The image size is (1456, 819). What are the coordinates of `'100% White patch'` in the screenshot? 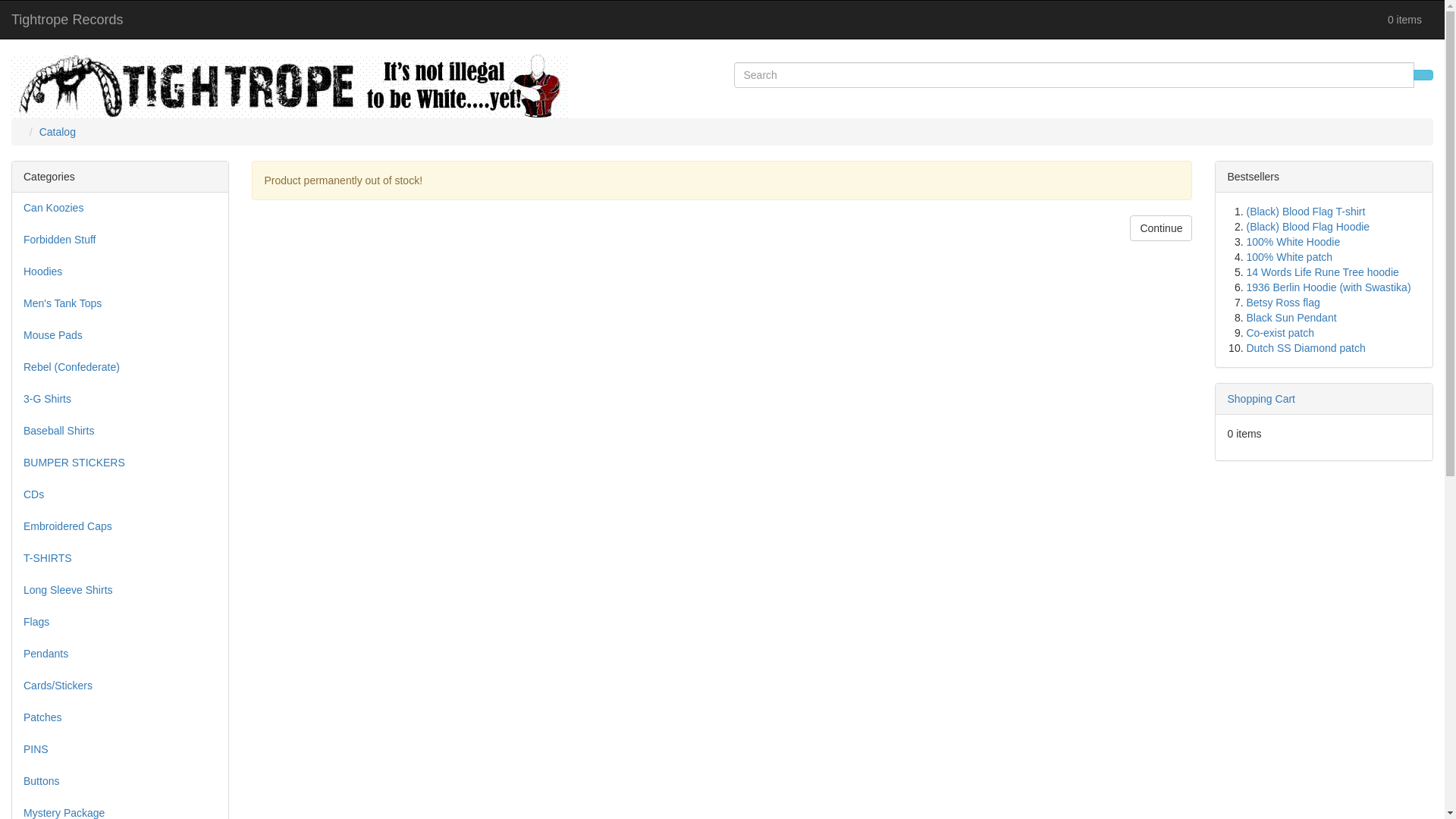 It's located at (1288, 256).